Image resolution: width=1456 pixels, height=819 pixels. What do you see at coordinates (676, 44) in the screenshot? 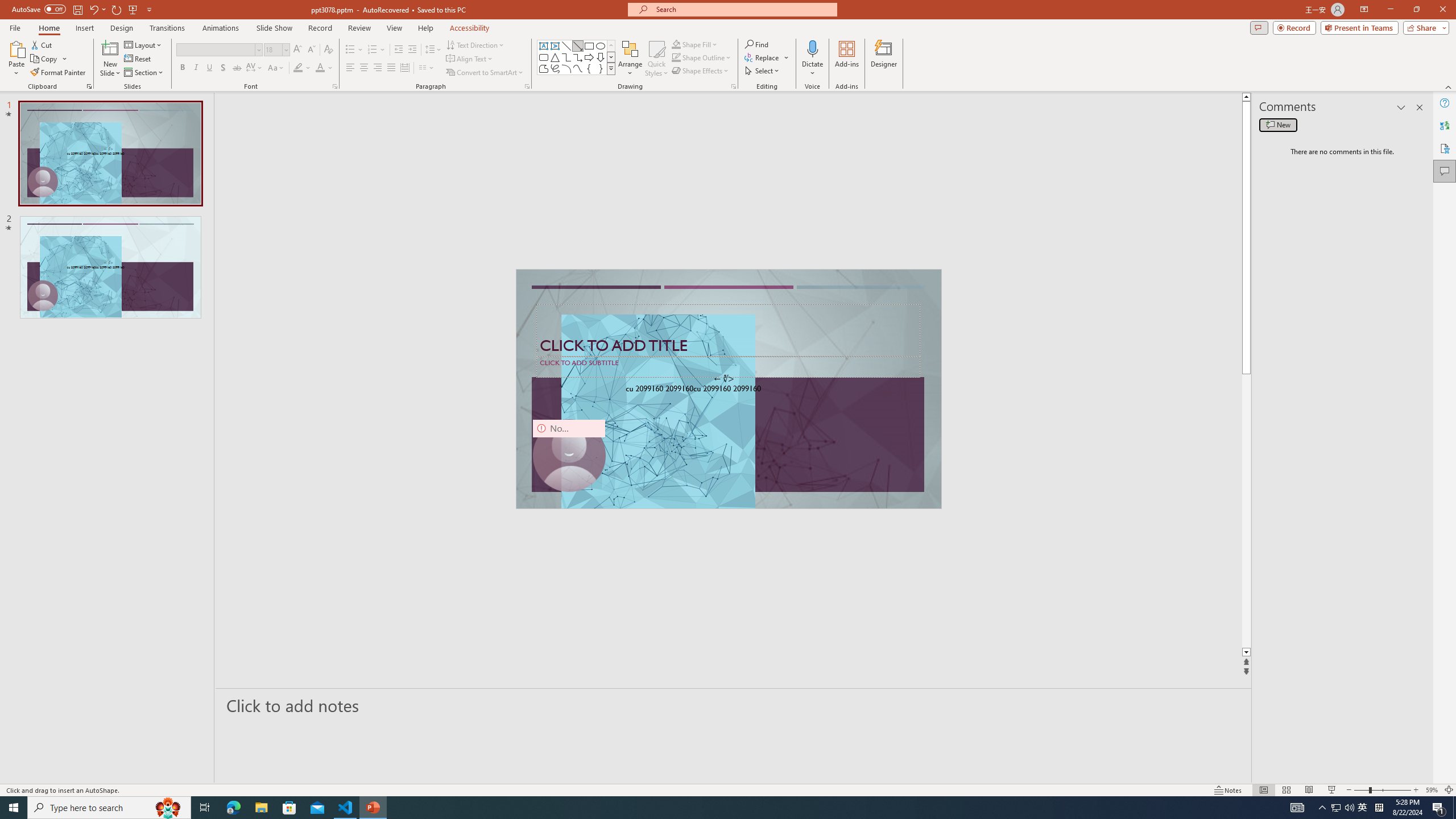
I see `'Shape Fill Dark Green, Accent 2'` at bounding box center [676, 44].